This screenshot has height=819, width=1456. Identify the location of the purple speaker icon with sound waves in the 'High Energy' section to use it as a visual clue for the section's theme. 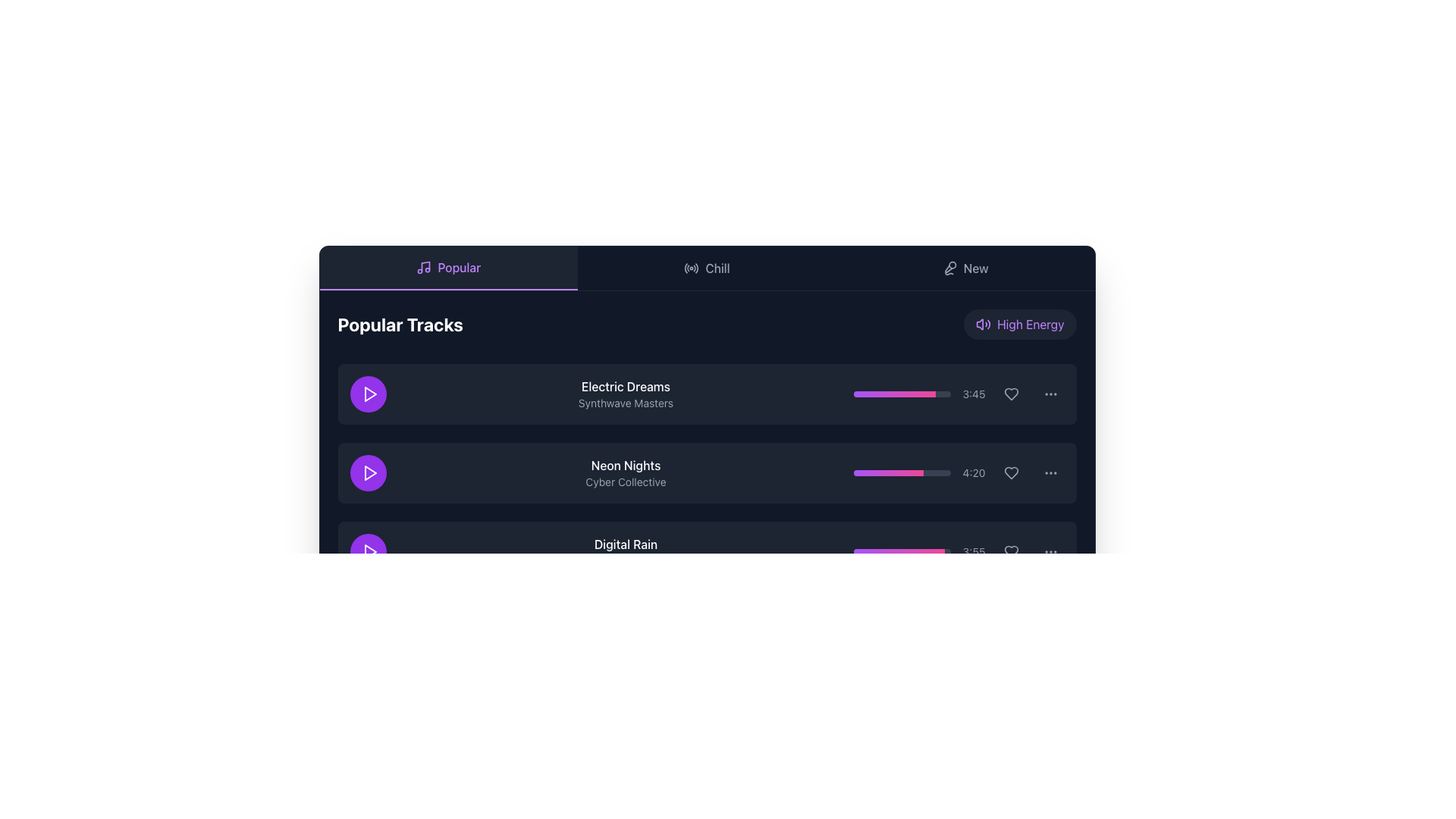
(984, 324).